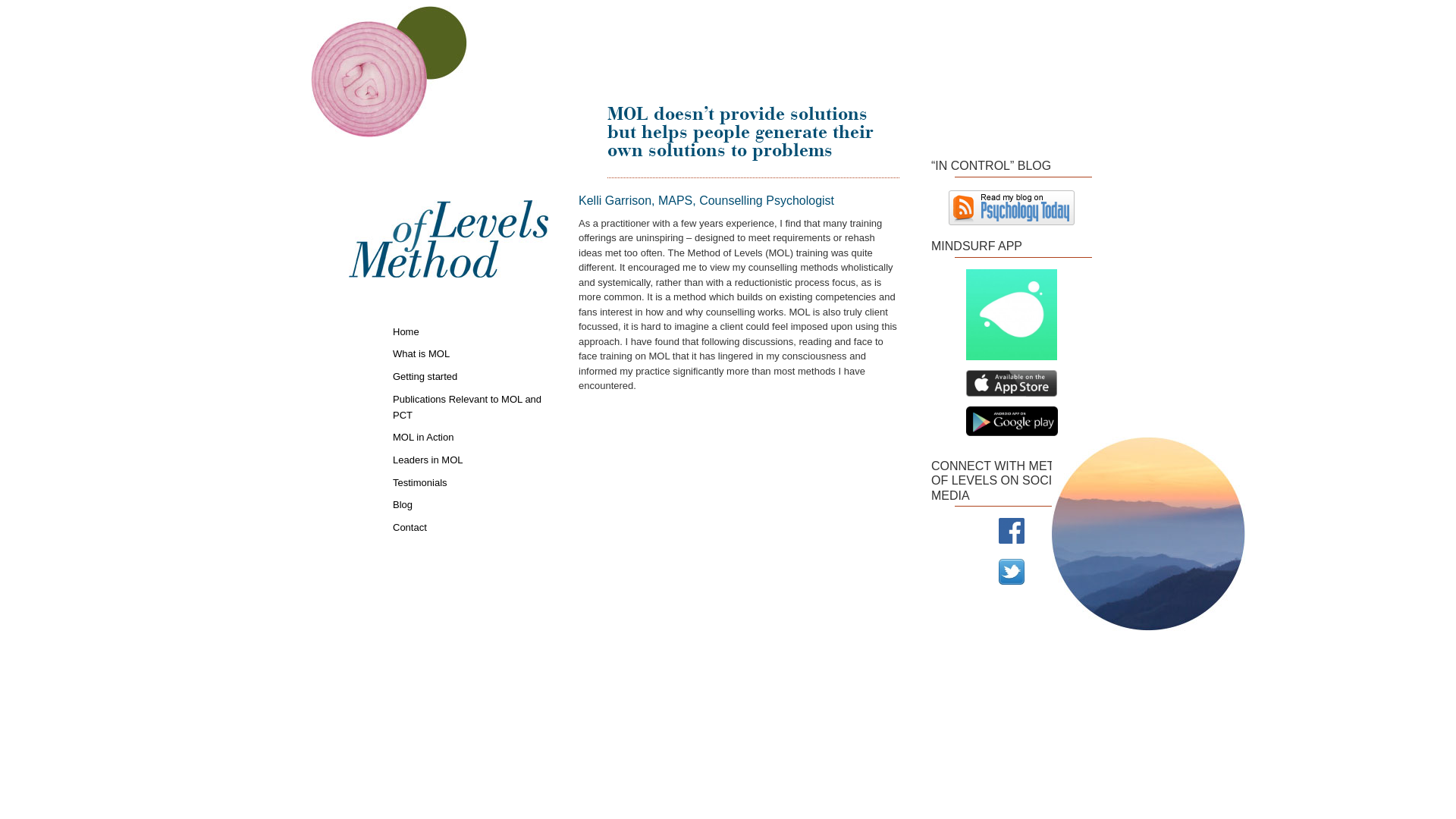 The height and width of the screenshot is (819, 1456). I want to click on 'Leaders in MOL', so click(469, 458).